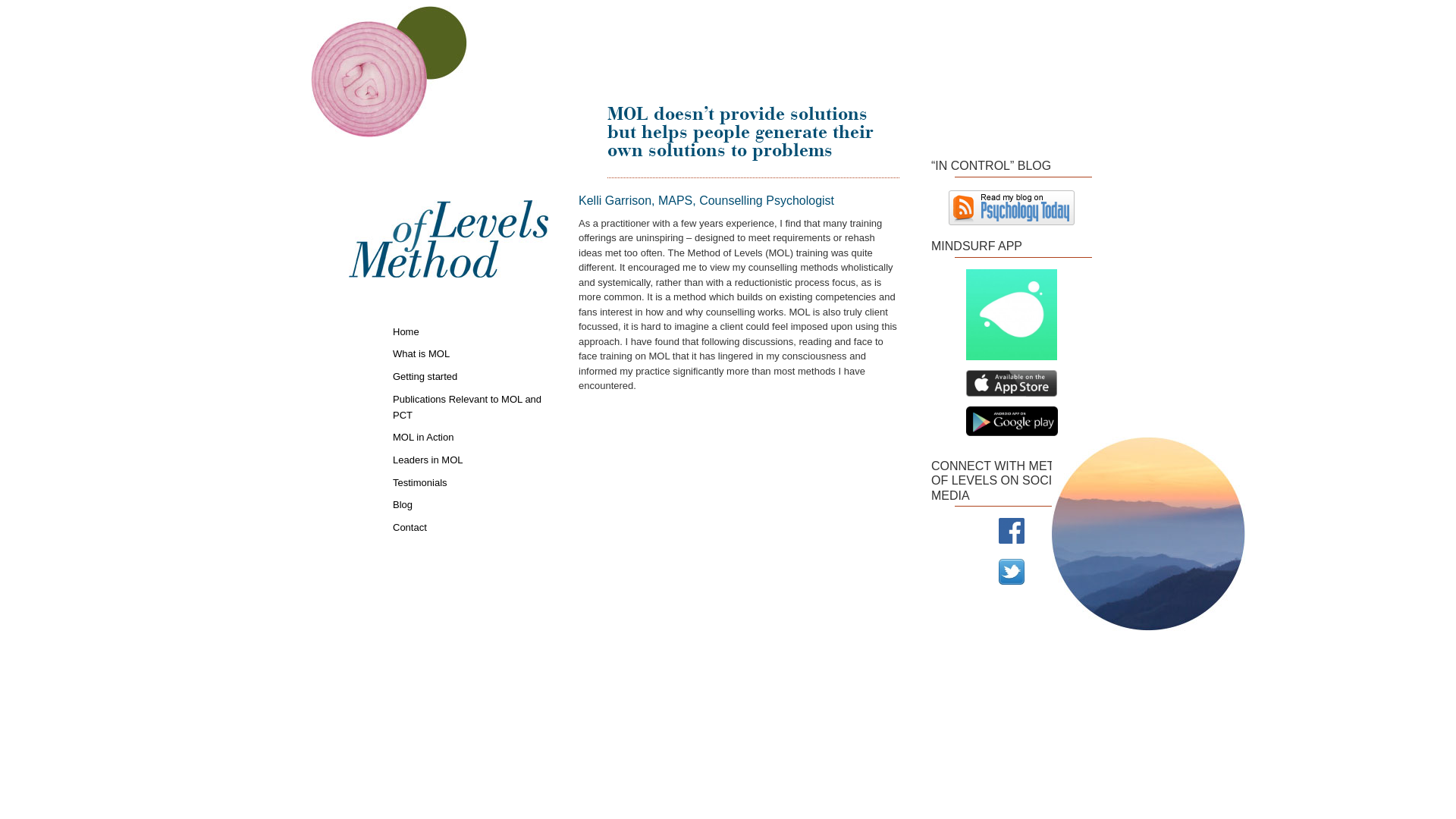 The height and width of the screenshot is (819, 1456). I want to click on 'Leaders in MOL', so click(469, 458).